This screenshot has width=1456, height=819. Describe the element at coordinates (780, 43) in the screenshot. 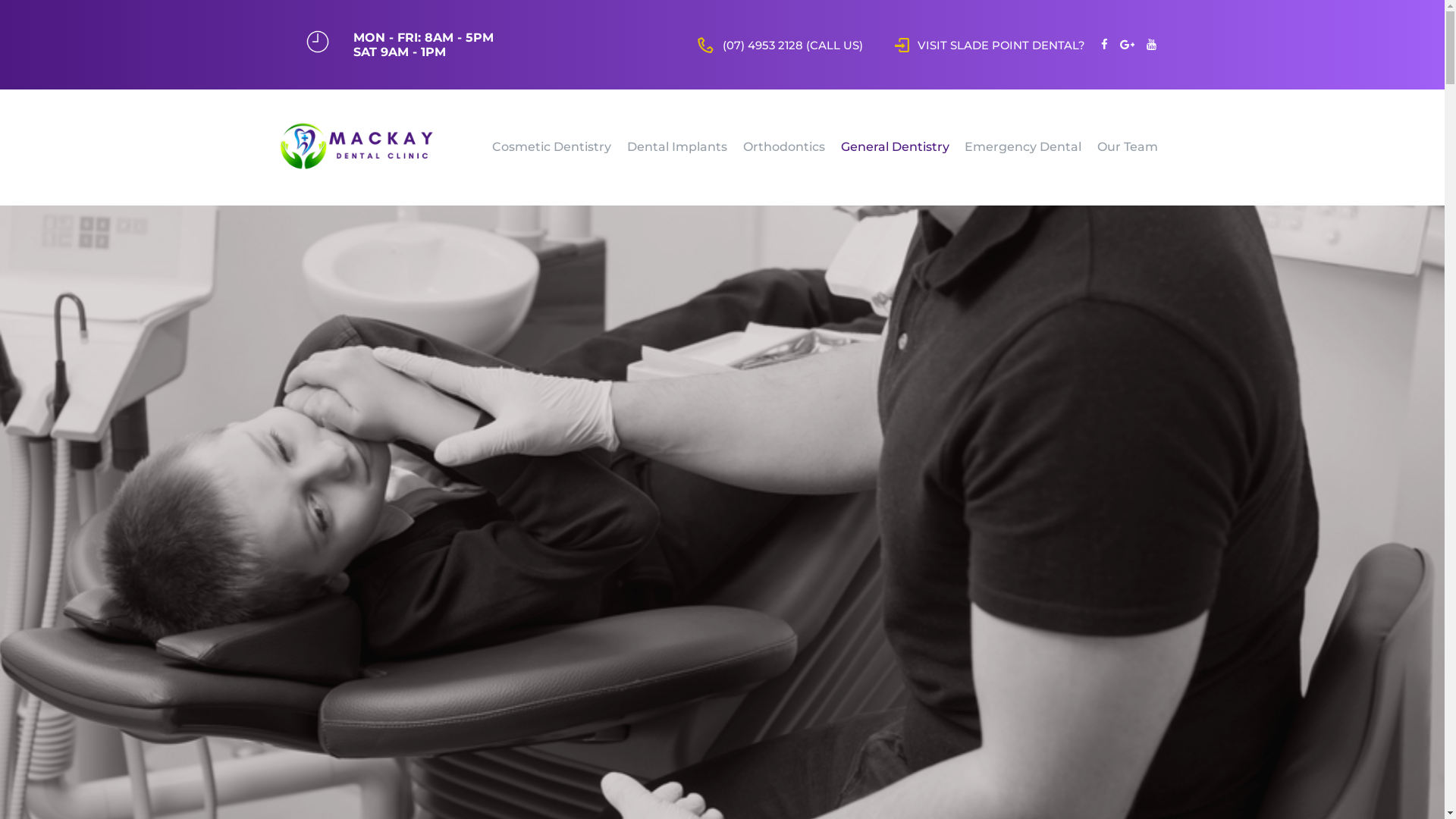

I see `'(07) 4953 2128 (CALL US)'` at that location.